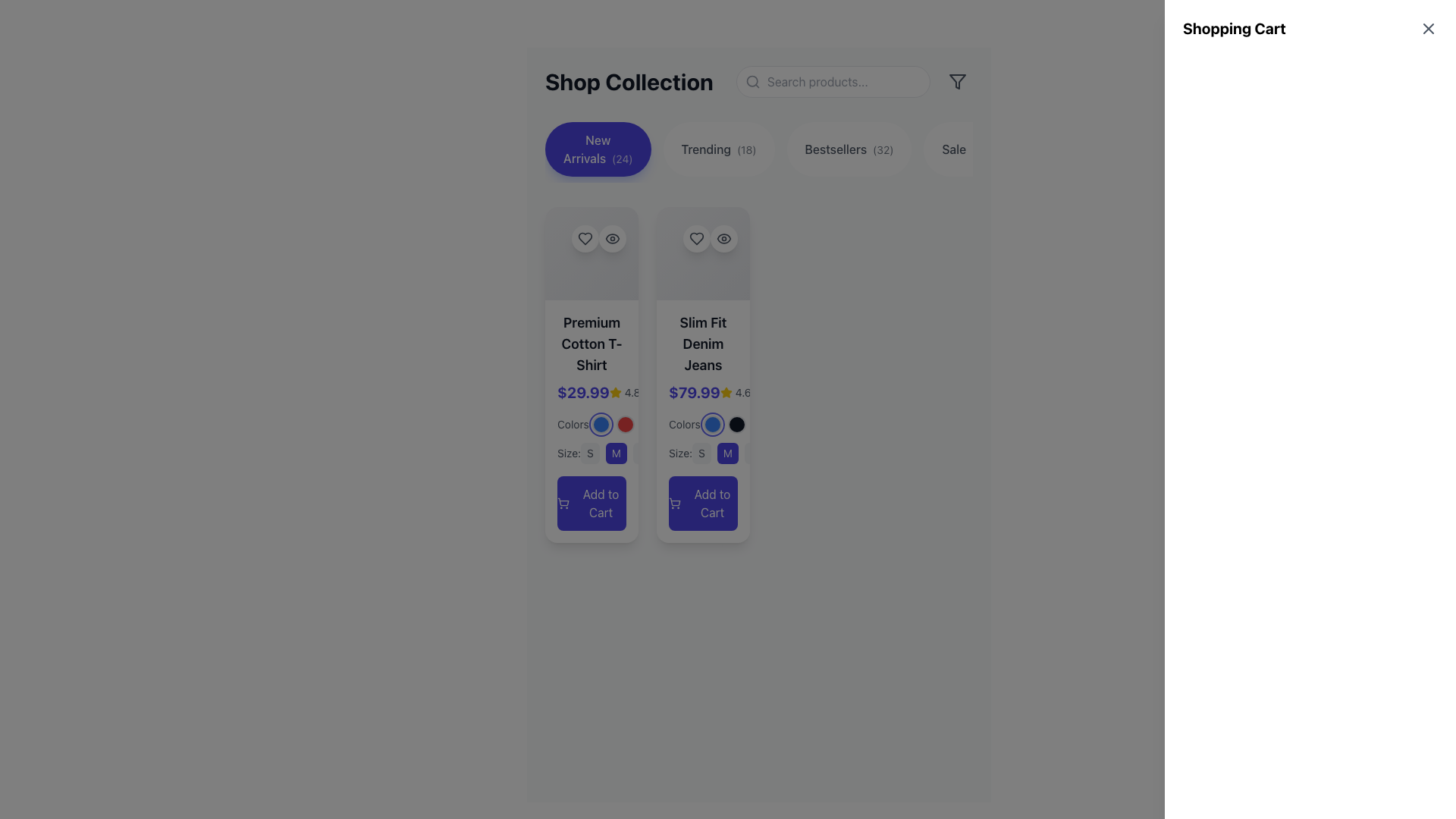 Image resolution: width=1456 pixels, height=819 pixels. Describe the element at coordinates (591, 344) in the screenshot. I see `the text label reading 'Premium Cotton T-Shirt', which is styled with a medium-to-large font size and bold weight, located at the top of the product card` at that location.